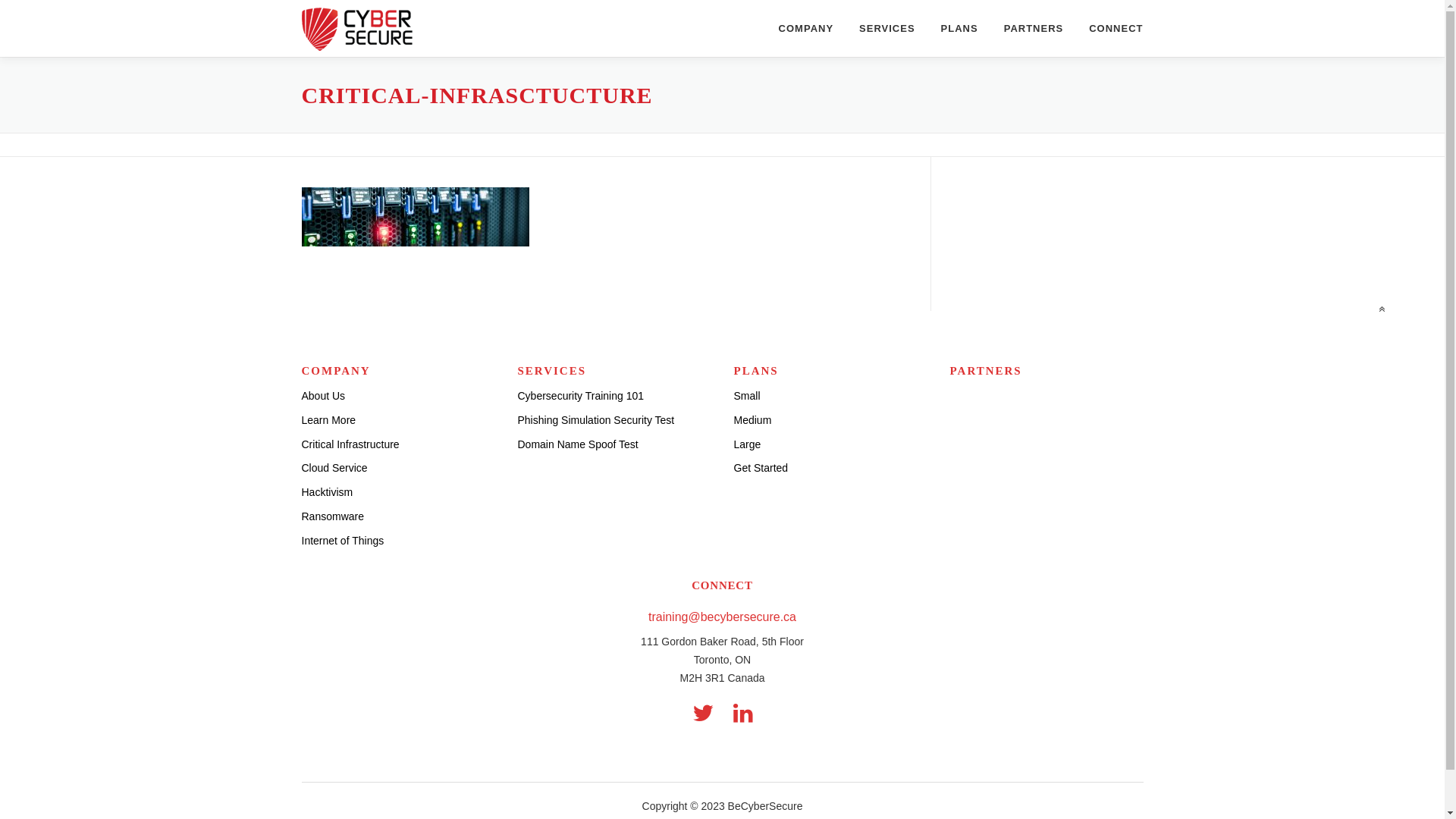 Image resolution: width=1456 pixels, height=819 pixels. Describe the element at coordinates (579, 394) in the screenshot. I see `'Cybersecurity Training 101'` at that location.